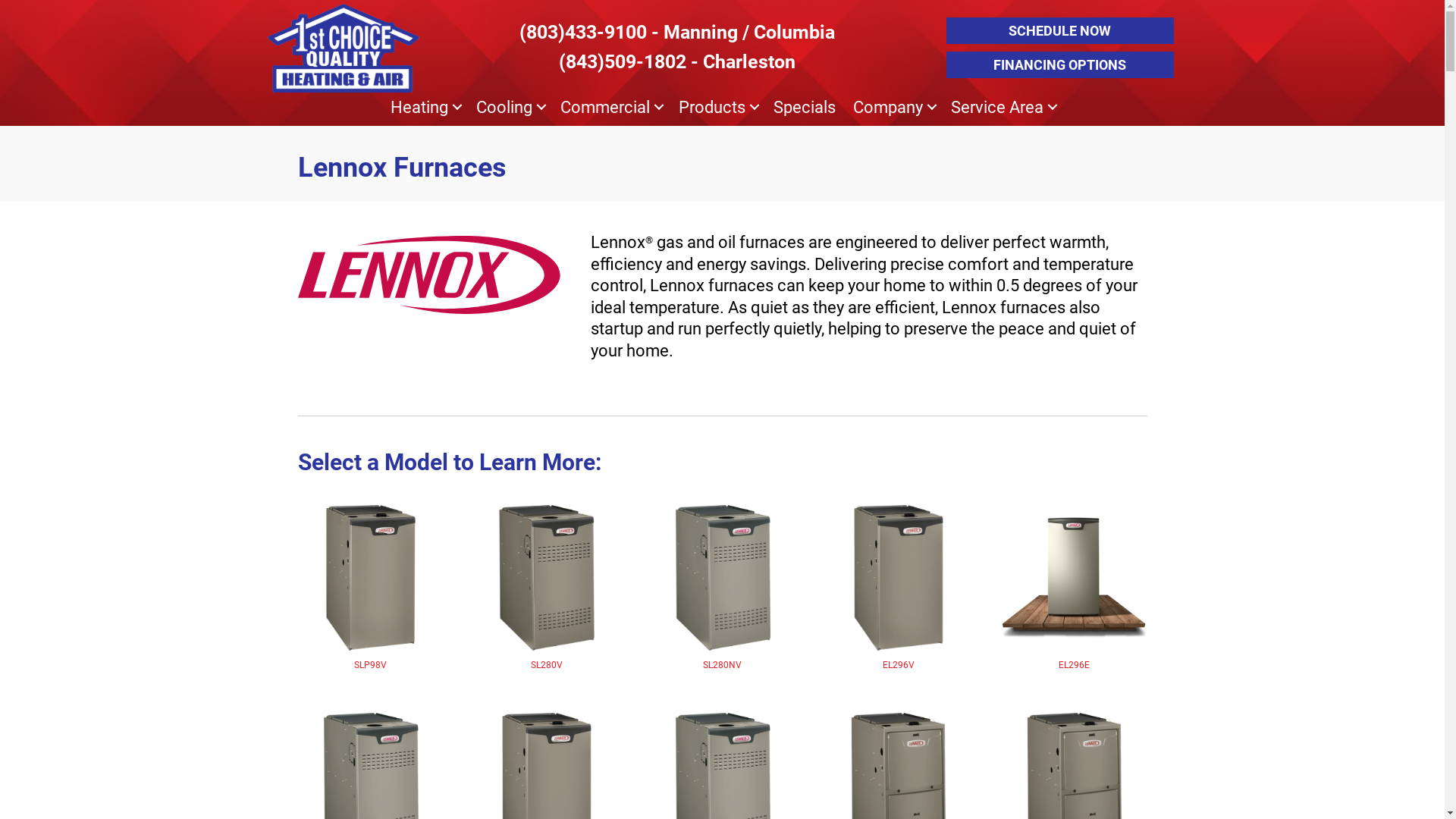  I want to click on 'SLP98V', so click(370, 587).